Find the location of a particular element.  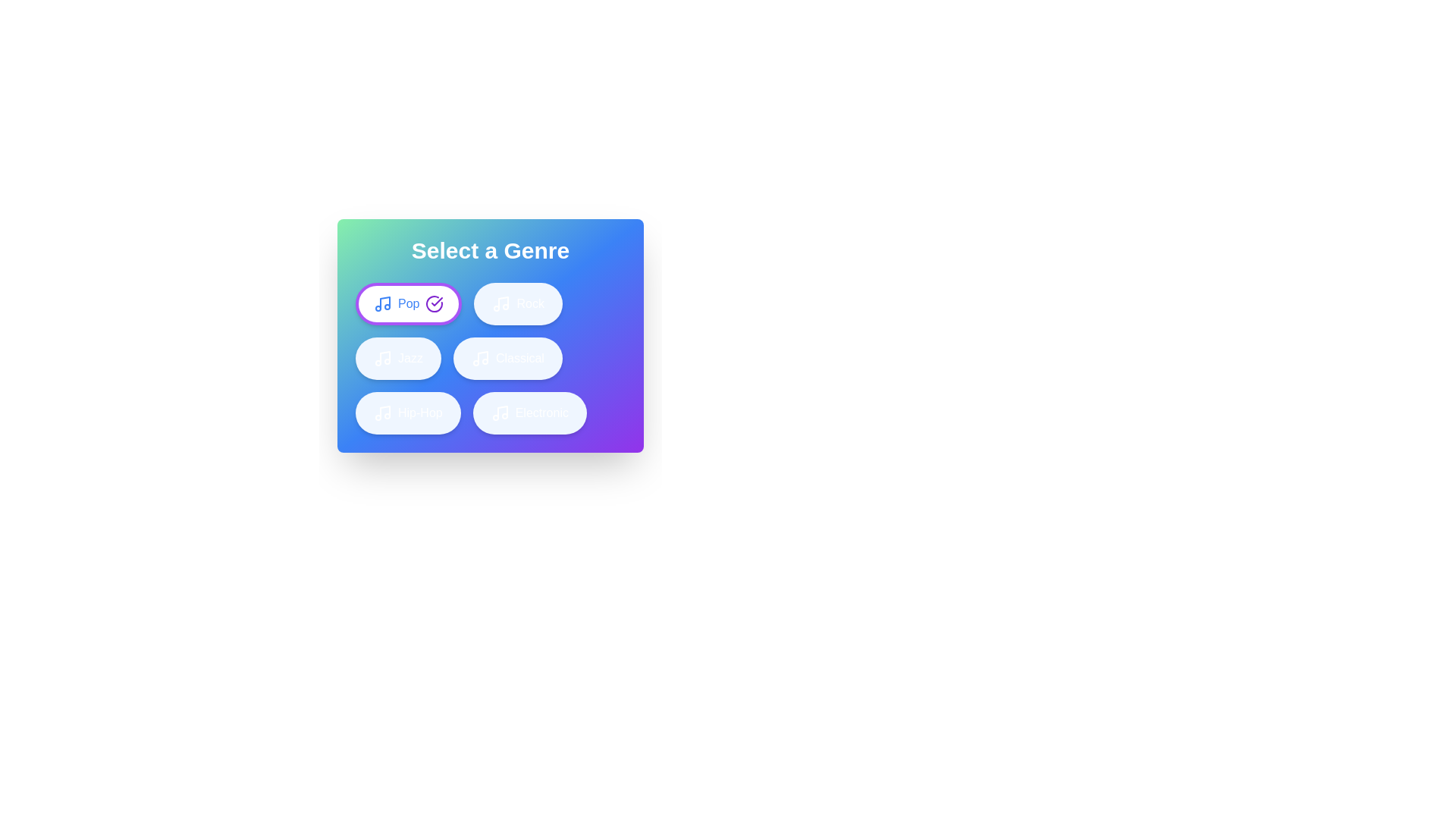

the text label that displays 'Select a Genre', which is styled with bold, white, large font and is positioned at the top of the genre selection panel is located at coordinates (491, 250).